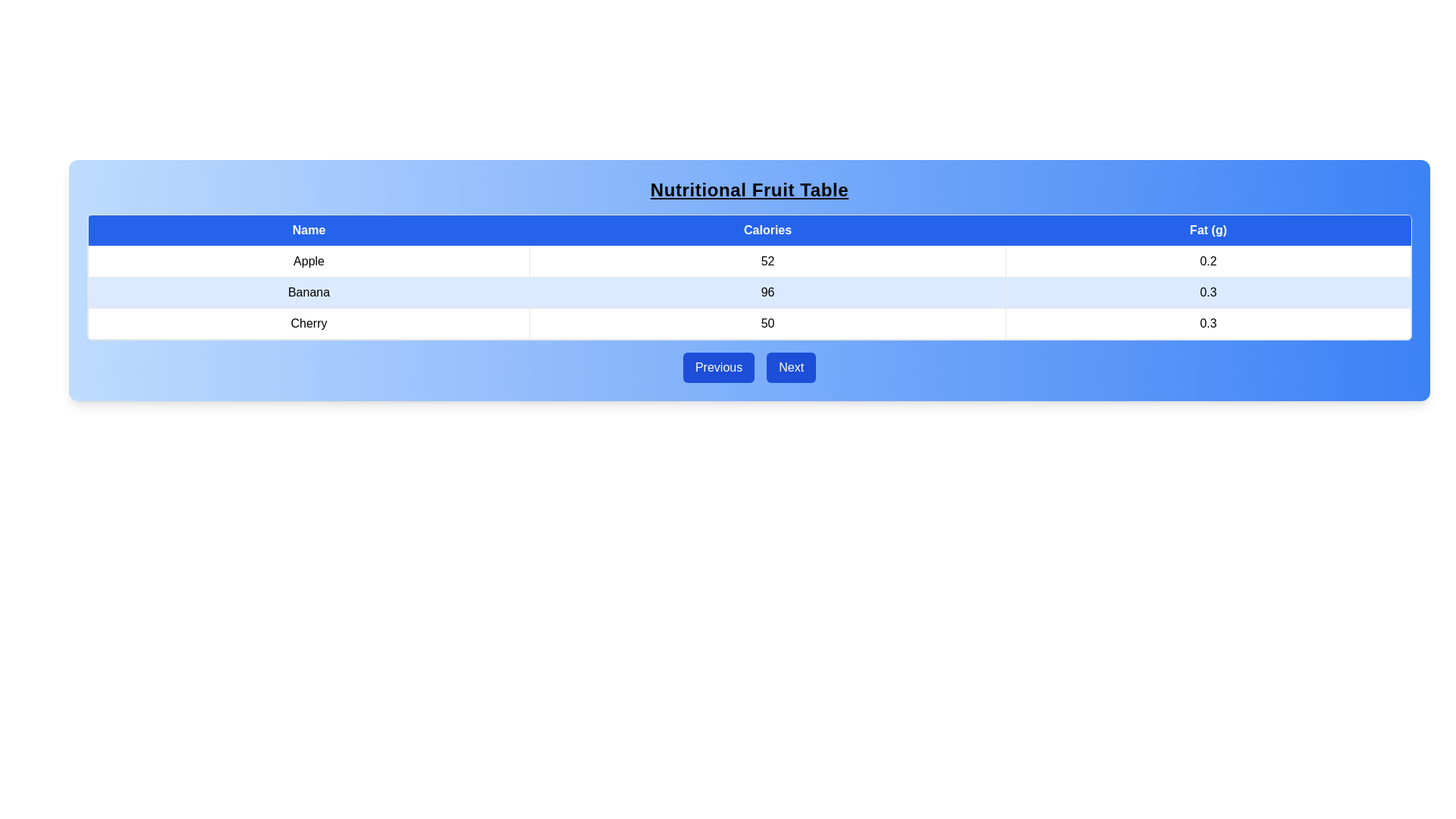 The width and height of the screenshot is (1456, 819). Describe the element at coordinates (308, 323) in the screenshot. I see `the 'Cherry' text label, which is located in the leftmost cell of the third row of a nutritional information table` at that location.